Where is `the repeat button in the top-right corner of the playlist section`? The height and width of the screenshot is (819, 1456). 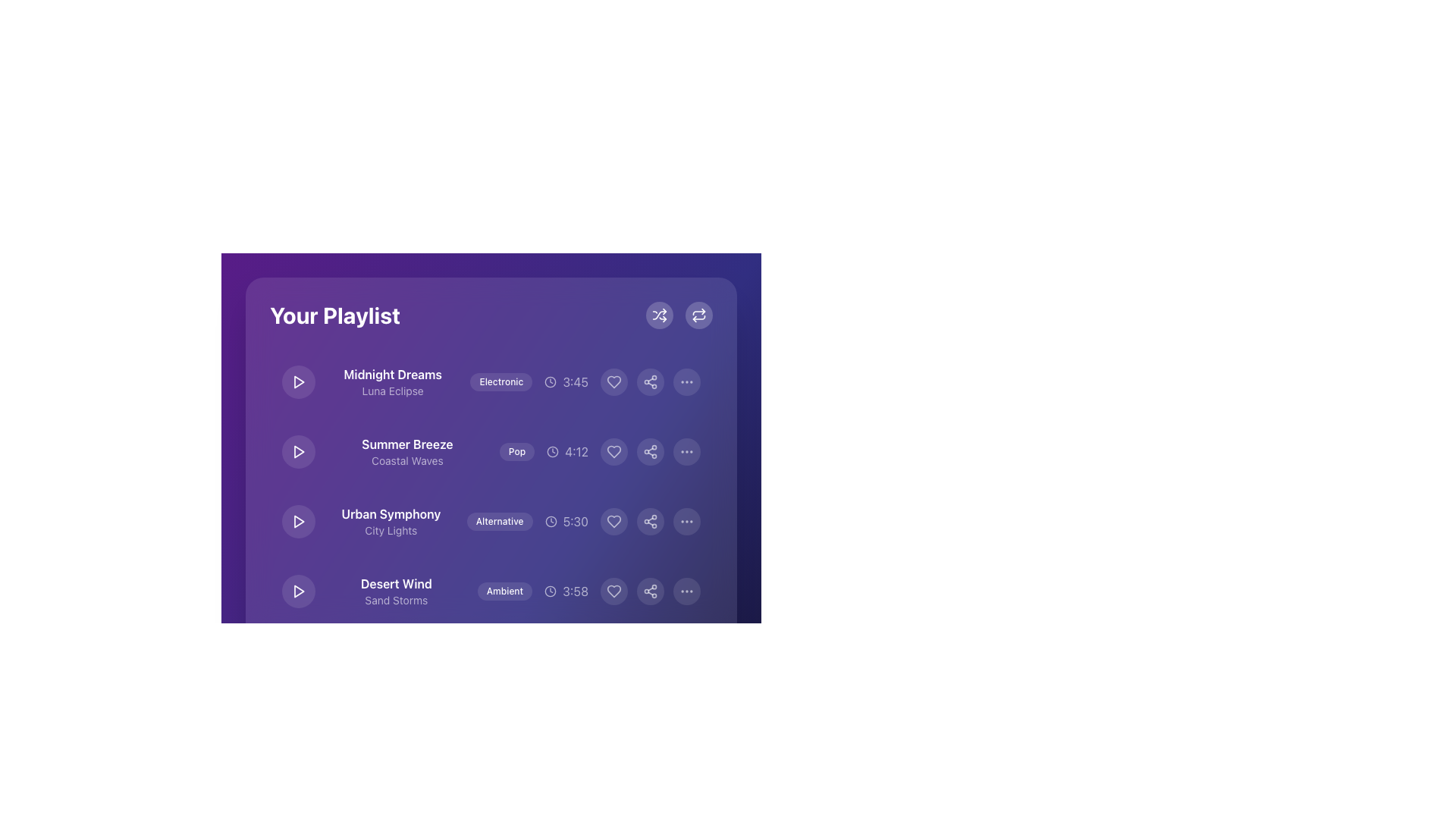 the repeat button in the top-right corner of the playlist section is located at coordinates (679, 315).